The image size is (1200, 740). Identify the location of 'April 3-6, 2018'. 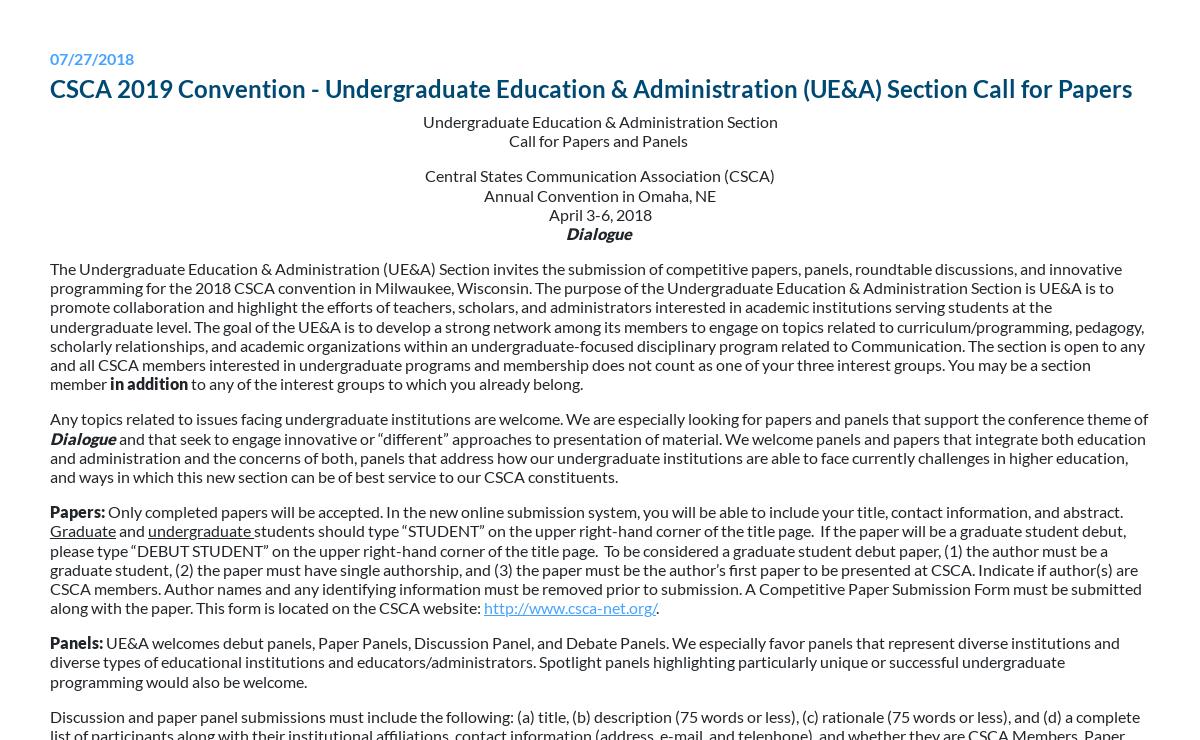
(598, 212).